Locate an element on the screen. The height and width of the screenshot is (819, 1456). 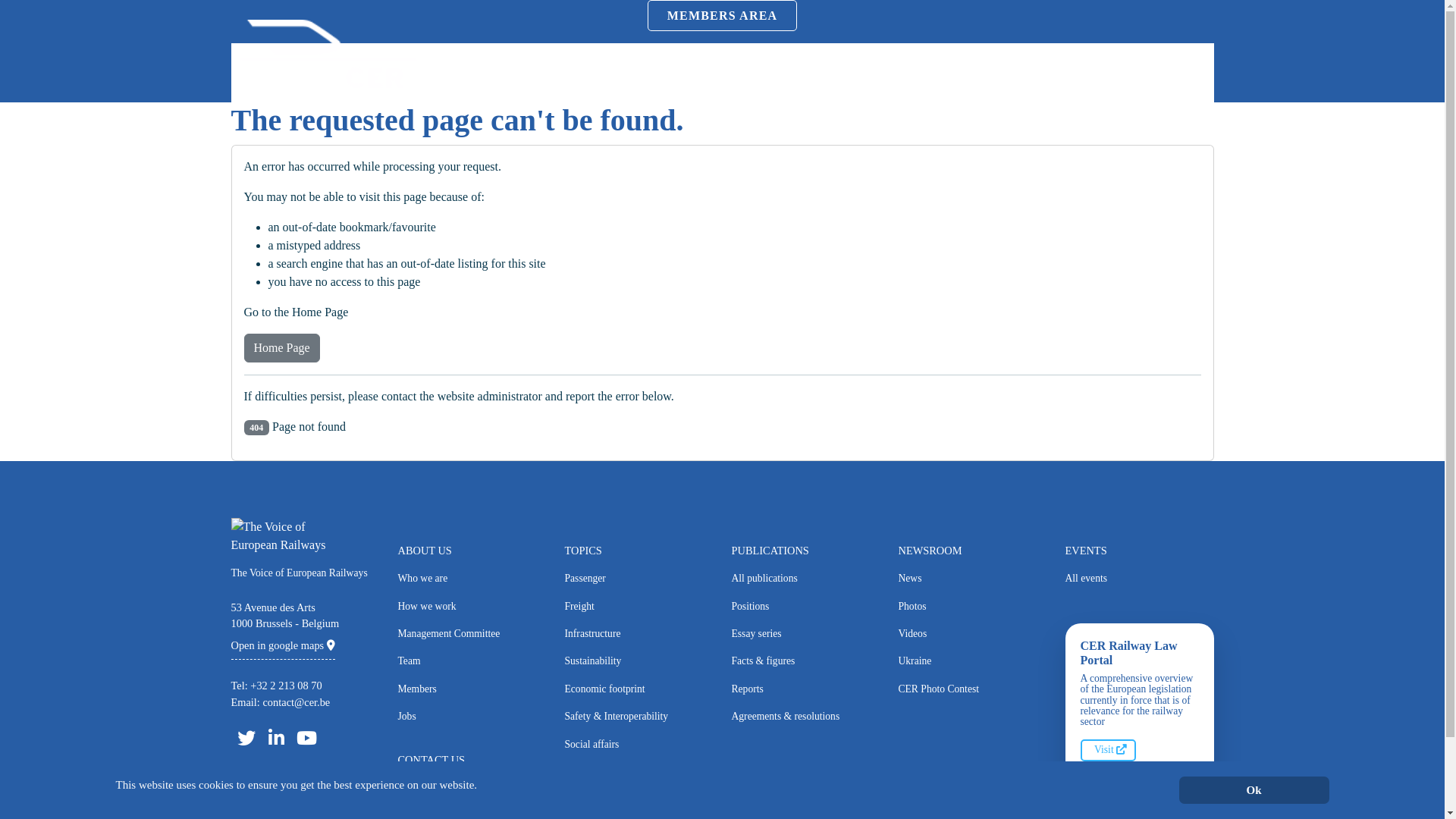
'Management Committee' is located at coordinates (471, 634).